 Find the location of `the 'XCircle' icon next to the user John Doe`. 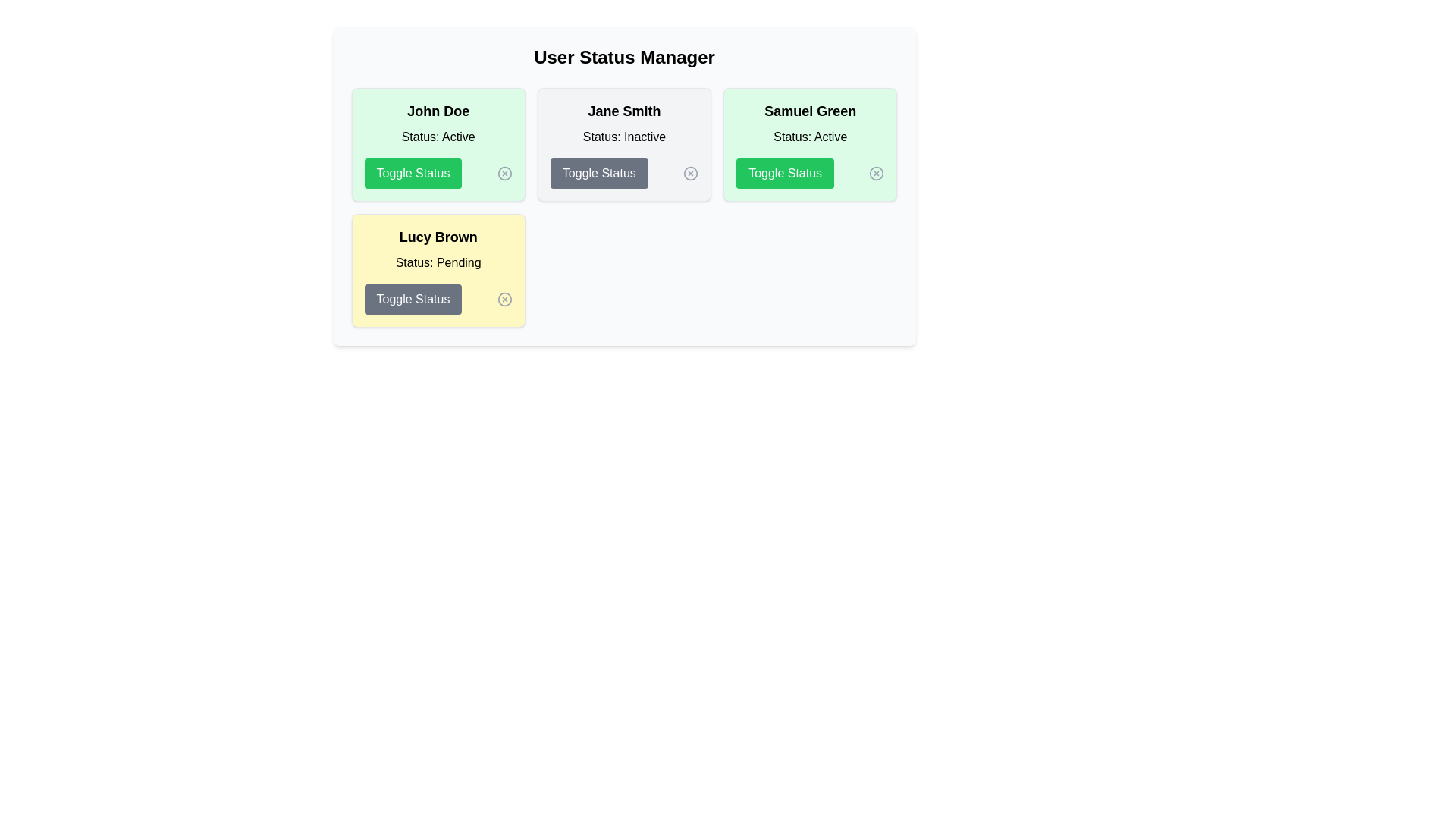

the 'XCircle' icon next to the user John Doe is located at coordinates (504, 172).